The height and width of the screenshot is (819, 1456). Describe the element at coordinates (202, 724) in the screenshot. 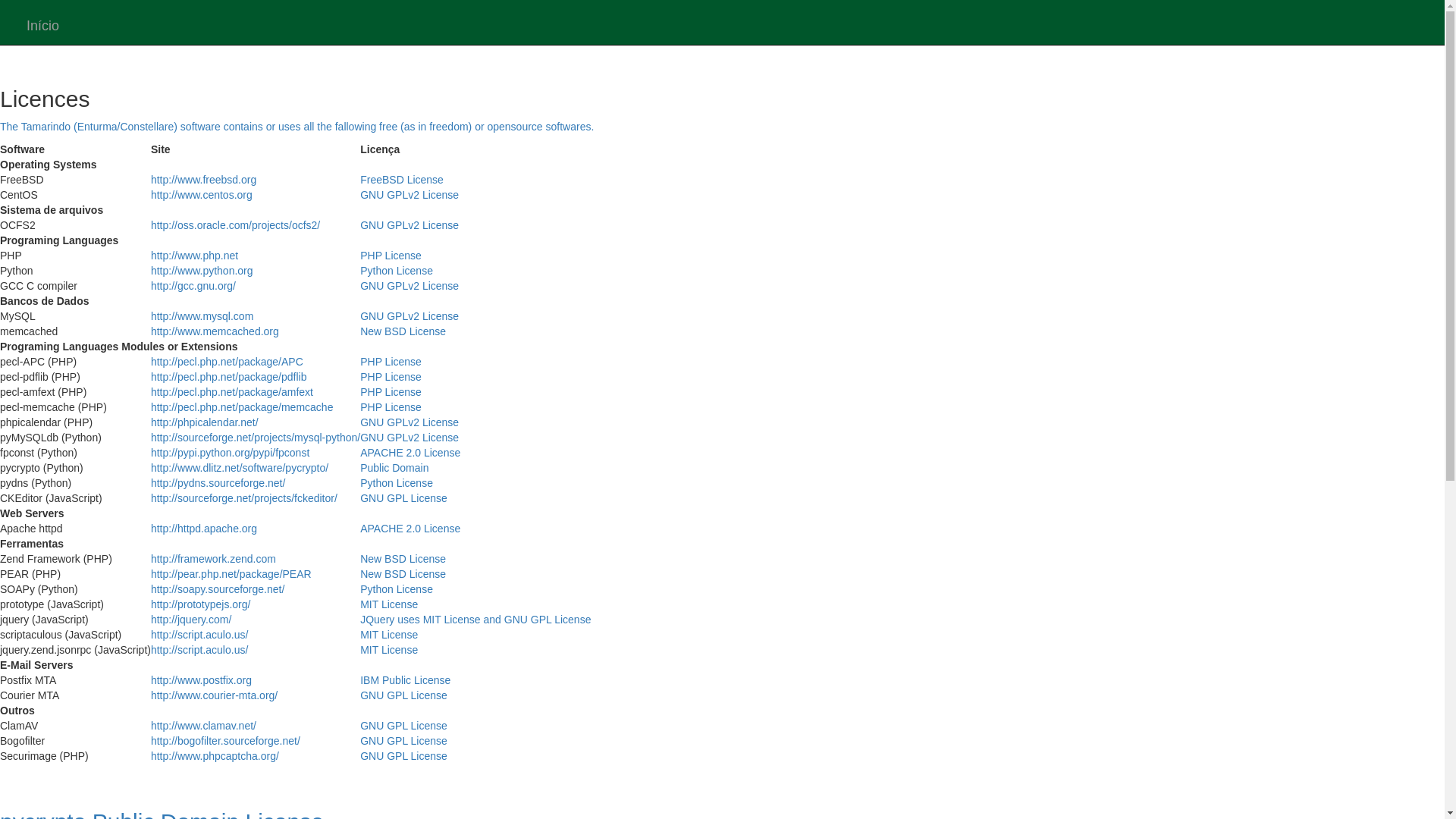

I see `'http://www.clamav.net/'` at that location.